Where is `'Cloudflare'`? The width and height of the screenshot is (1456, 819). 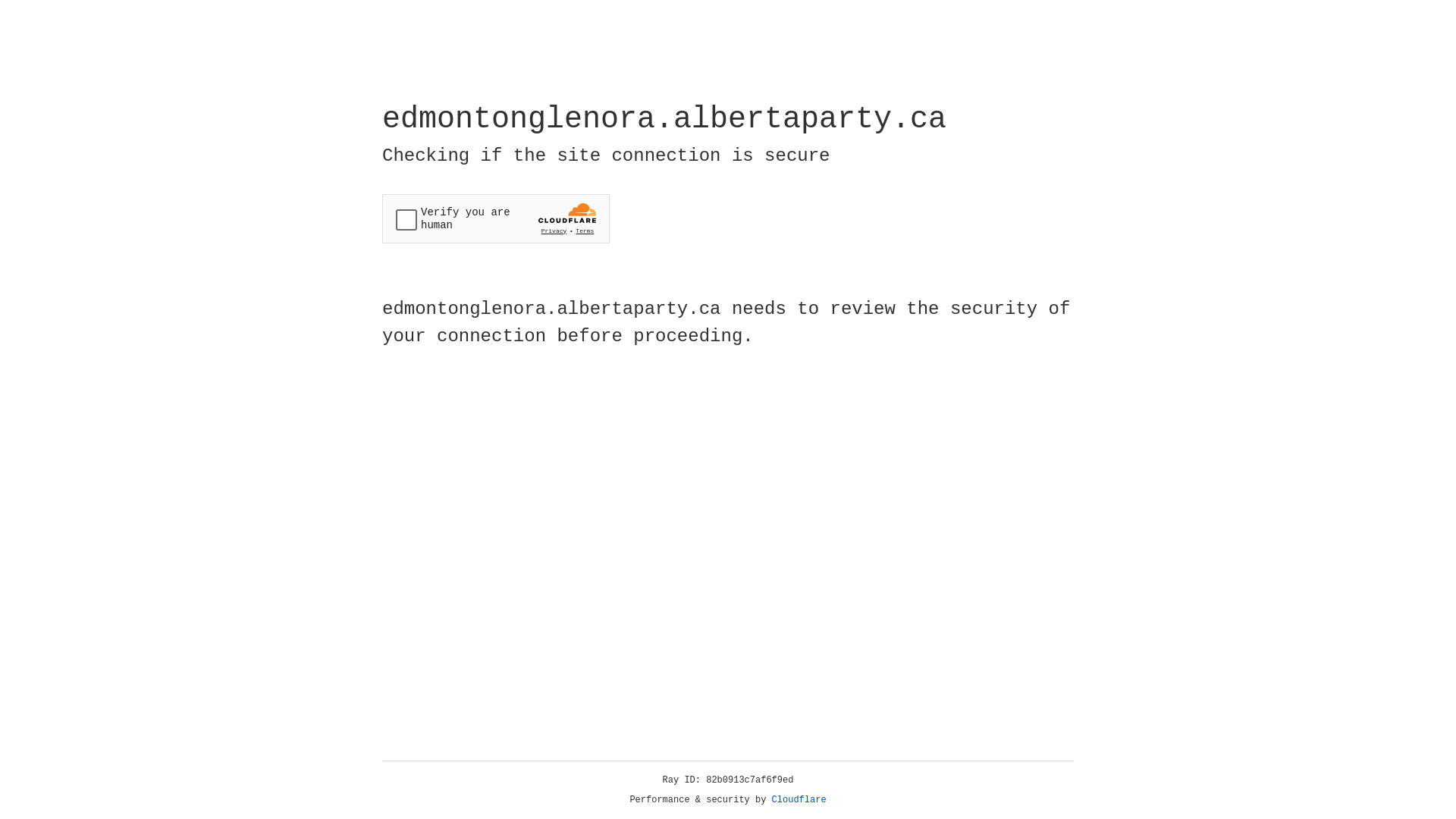 'Cloudflare' is located at coordinates (799, 799).